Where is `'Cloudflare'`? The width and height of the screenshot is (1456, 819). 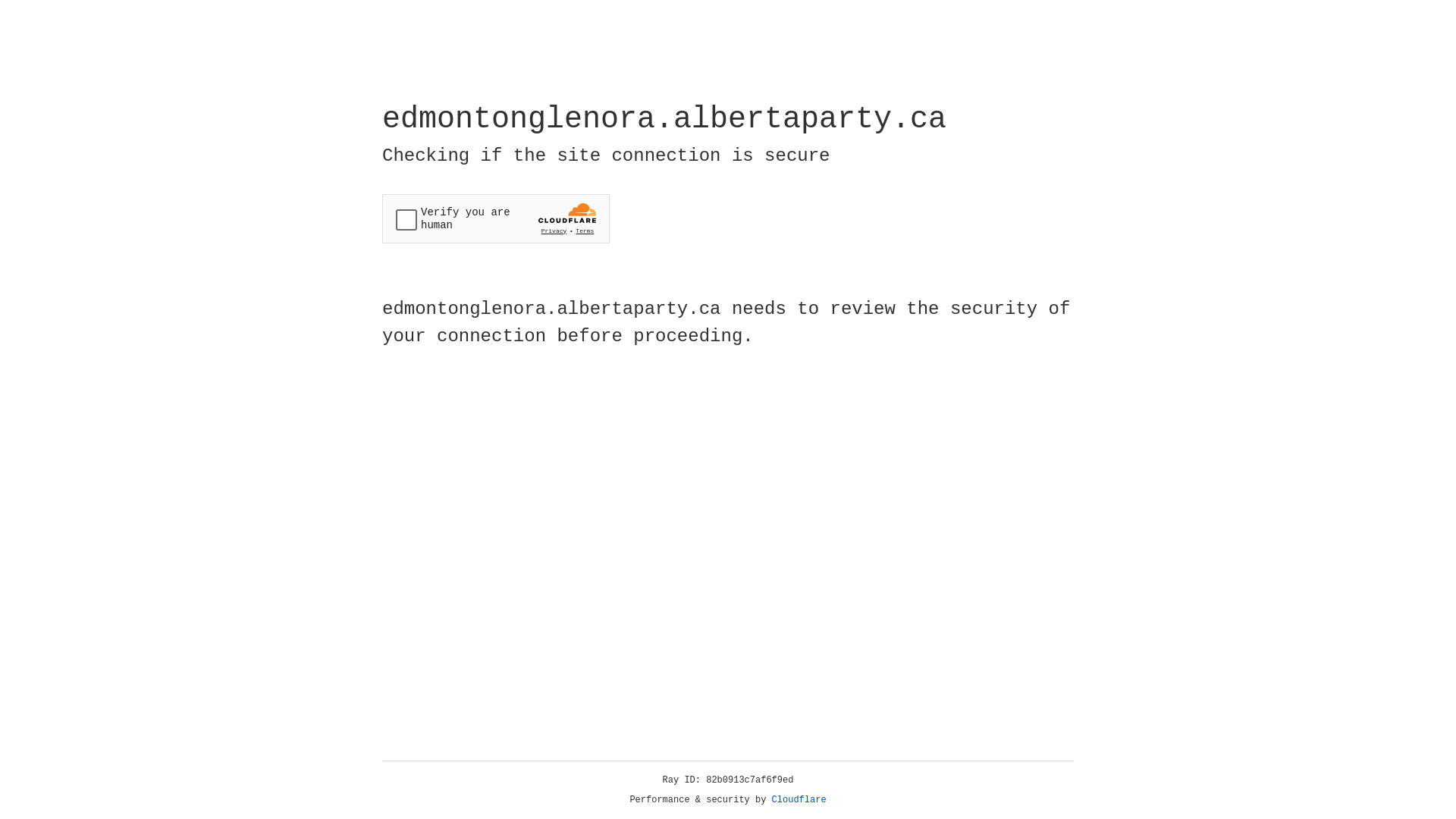 'Cloudflare' is located at coordinates (799, 799).